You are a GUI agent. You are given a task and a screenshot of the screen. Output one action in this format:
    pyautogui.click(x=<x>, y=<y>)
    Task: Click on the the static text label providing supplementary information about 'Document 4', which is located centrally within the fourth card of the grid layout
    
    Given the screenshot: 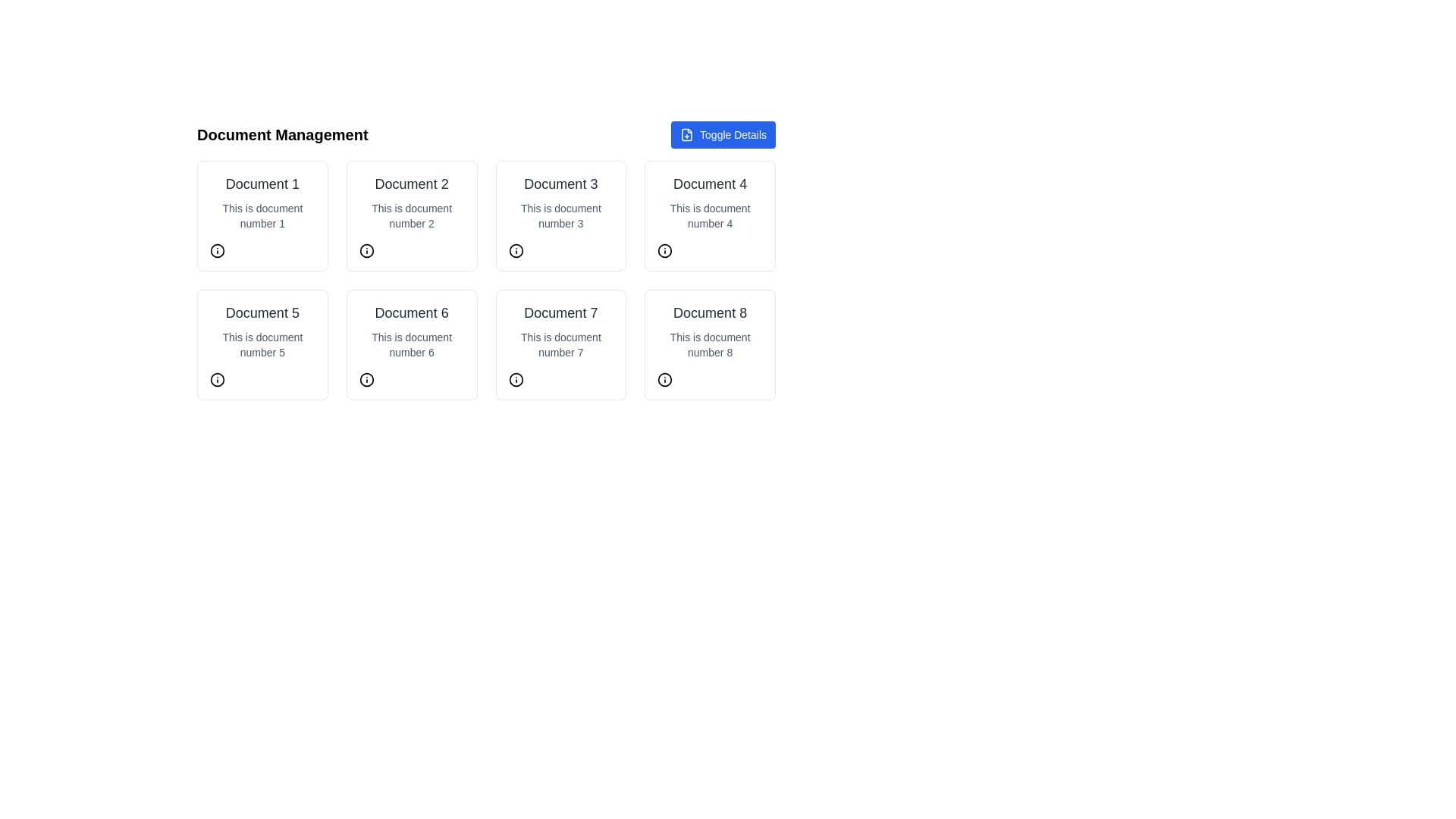 What is the action you would take?
    pyautogui.click(x=709, y=216)
    